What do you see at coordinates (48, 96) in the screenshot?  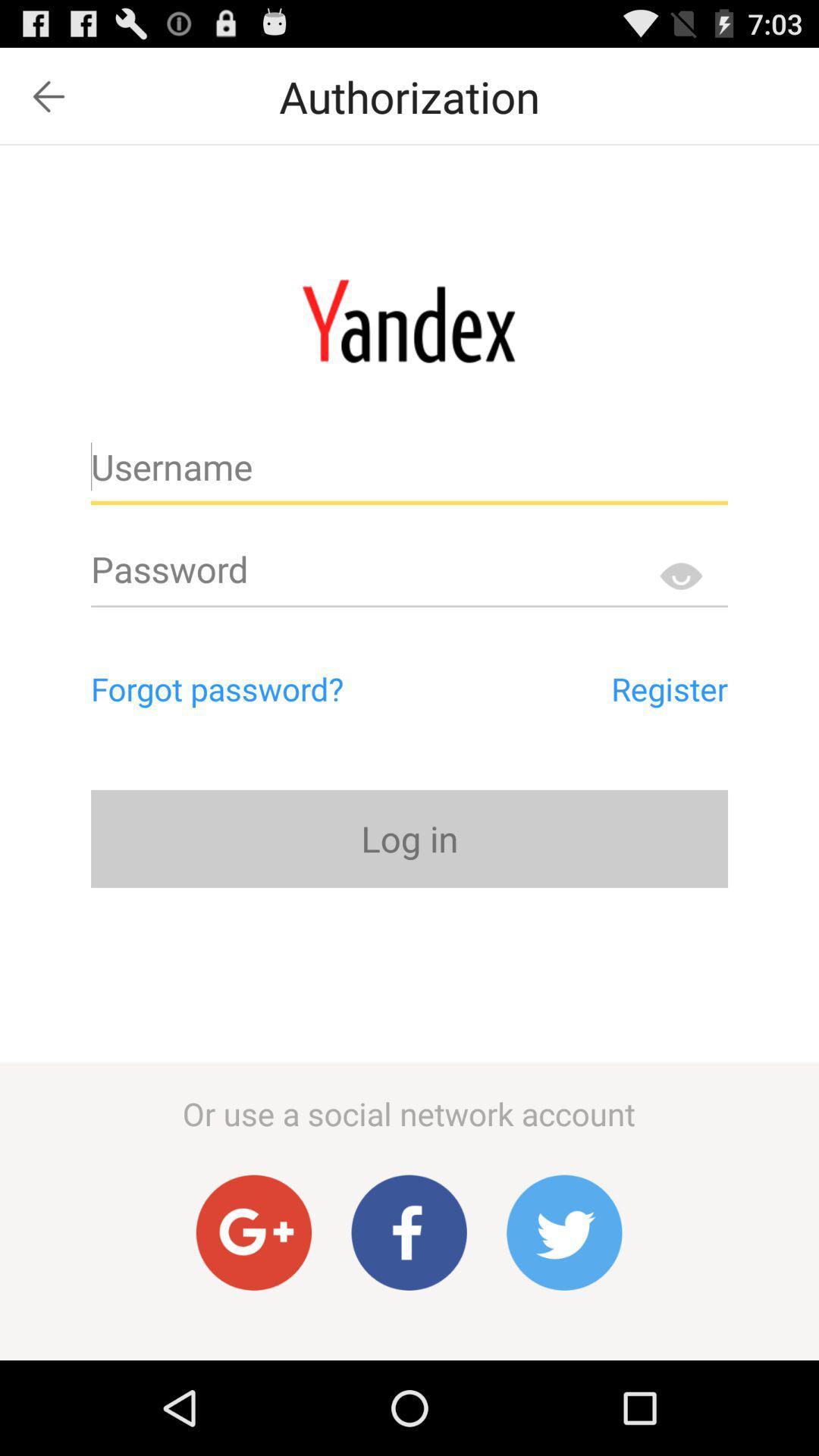 I see `item next to authorization icon` at bounding box center [48, 96].